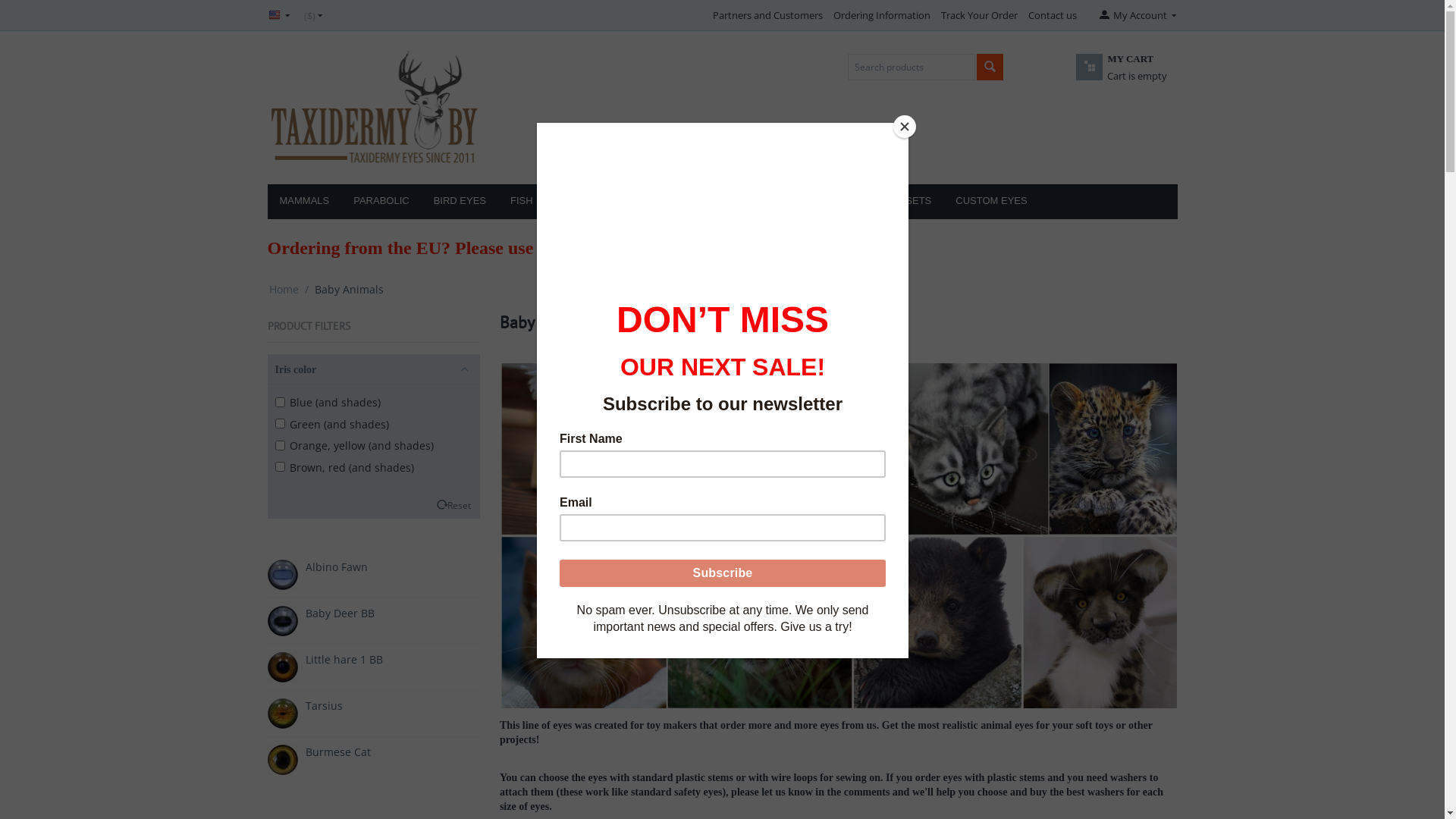 The image size is (1456, 819). I want to click on 'Partners and Customers', so click(767, 14).